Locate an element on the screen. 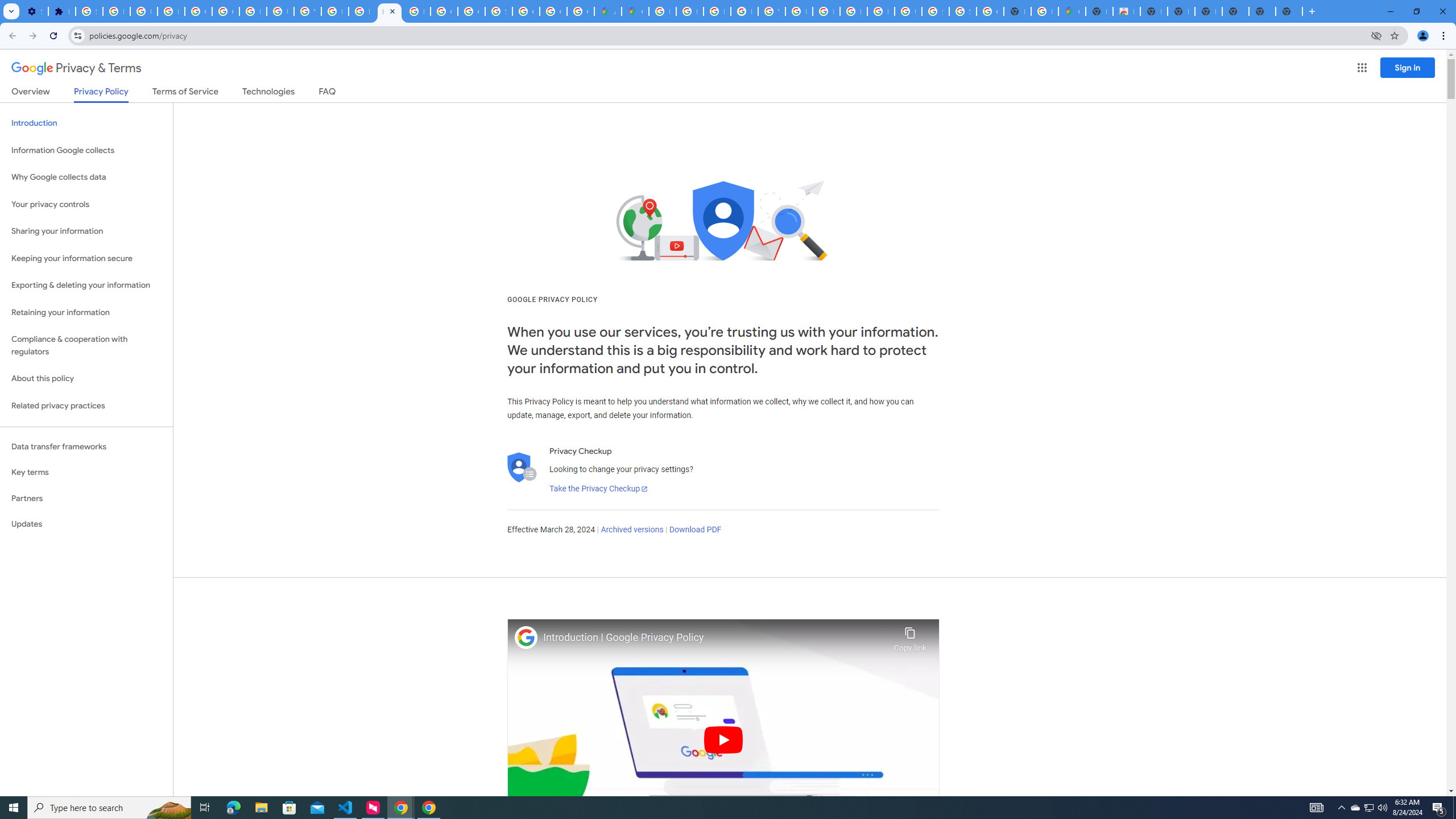  'Settings - On startup' is located at coordinates (35, 11).